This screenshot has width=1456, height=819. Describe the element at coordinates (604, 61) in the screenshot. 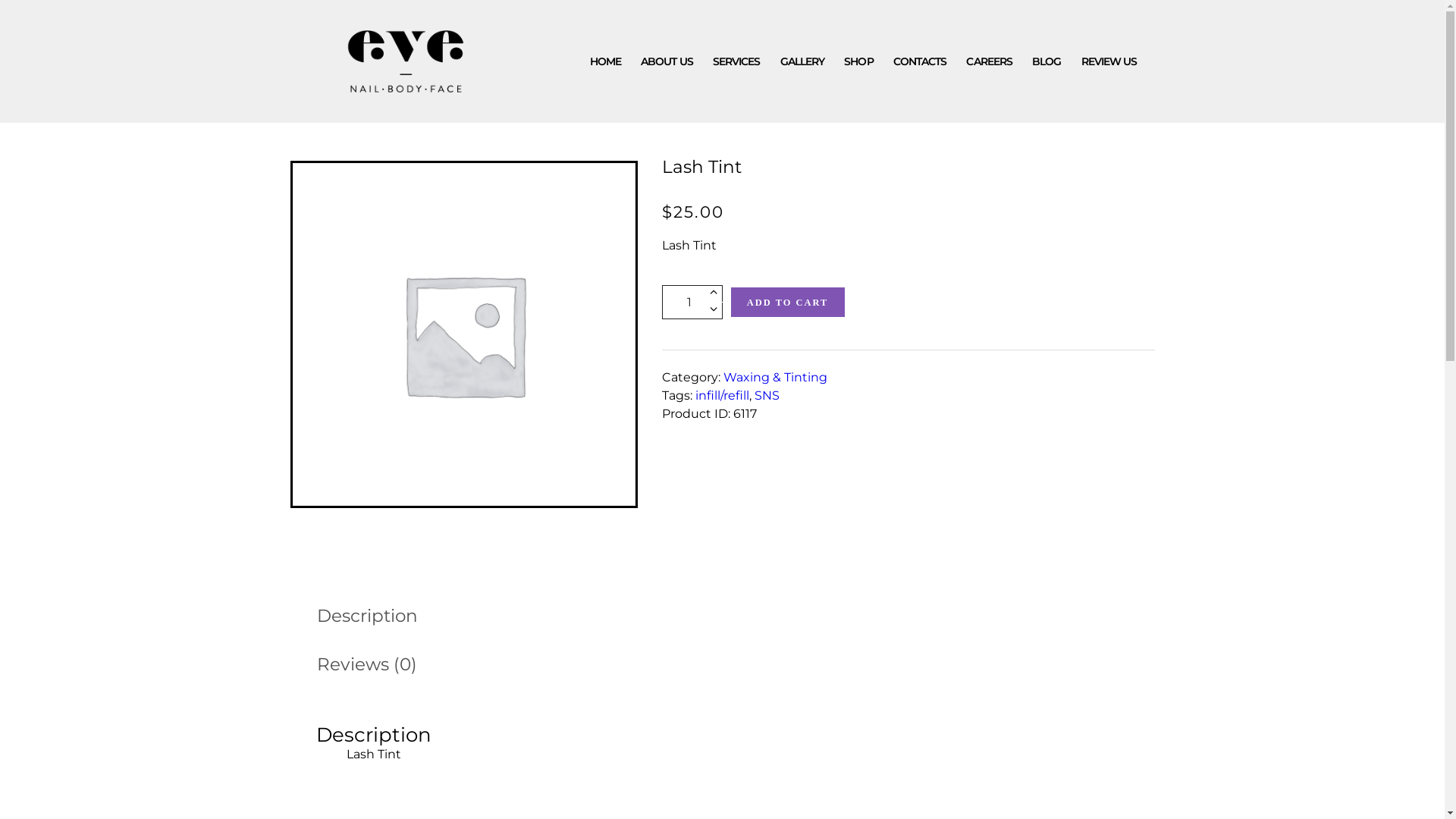

I see `'HOME'` at that location.